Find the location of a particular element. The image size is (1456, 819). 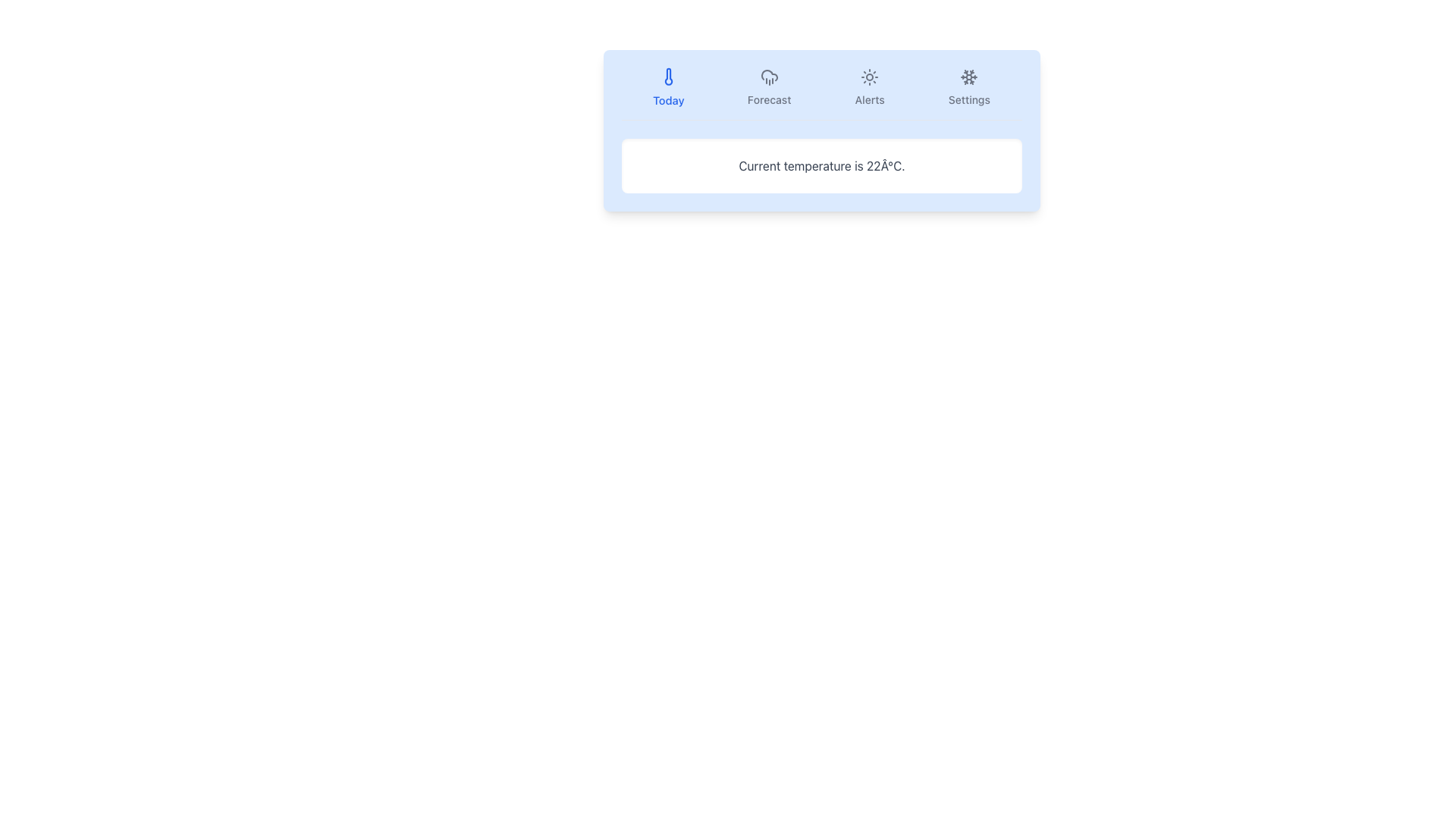

the 'Forecast' text label in the navigation bar, which is located under the cloud with rain icon and is positioned between 'Today' and 'Alerts' is located at coordinates (769, 99).